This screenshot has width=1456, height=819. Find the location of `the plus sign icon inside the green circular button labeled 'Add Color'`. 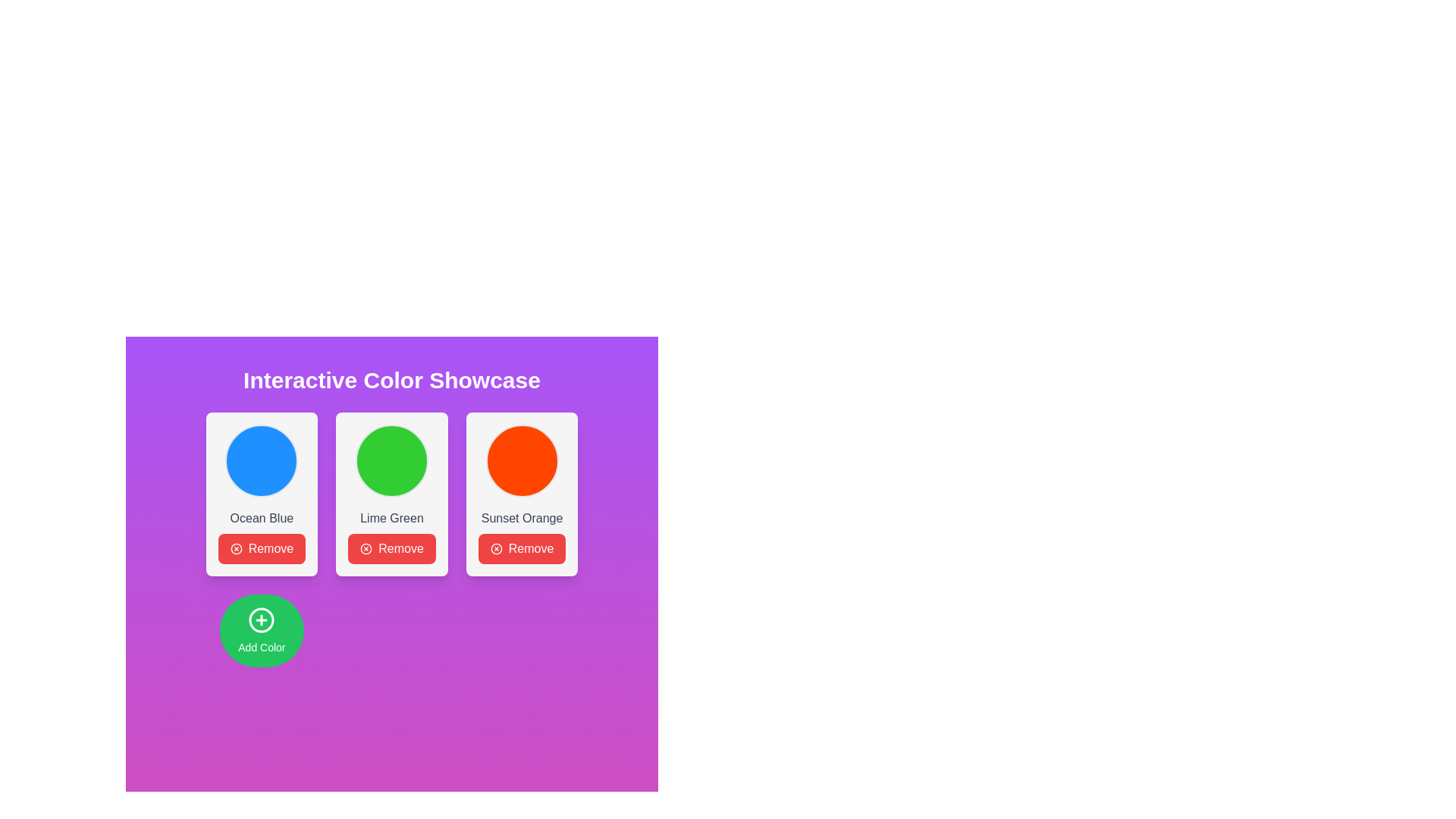

the plus sign icon inside the green circular button labeled 'Add Color' is located at coordinates (262, 620).